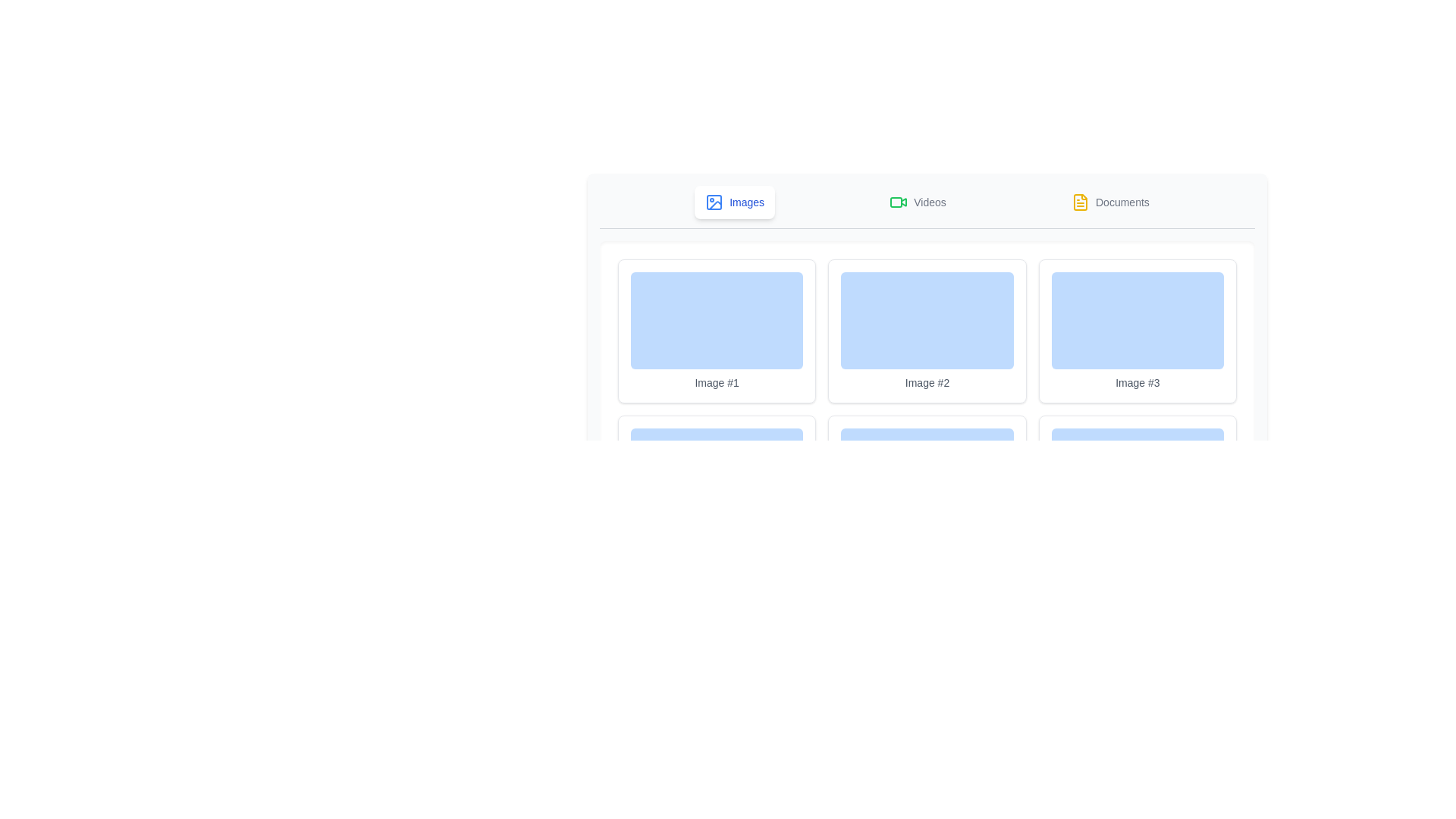  Describe the element at coordinates (927, 207) in the screenshot. I see `the tab in the navigation bar` at that location.